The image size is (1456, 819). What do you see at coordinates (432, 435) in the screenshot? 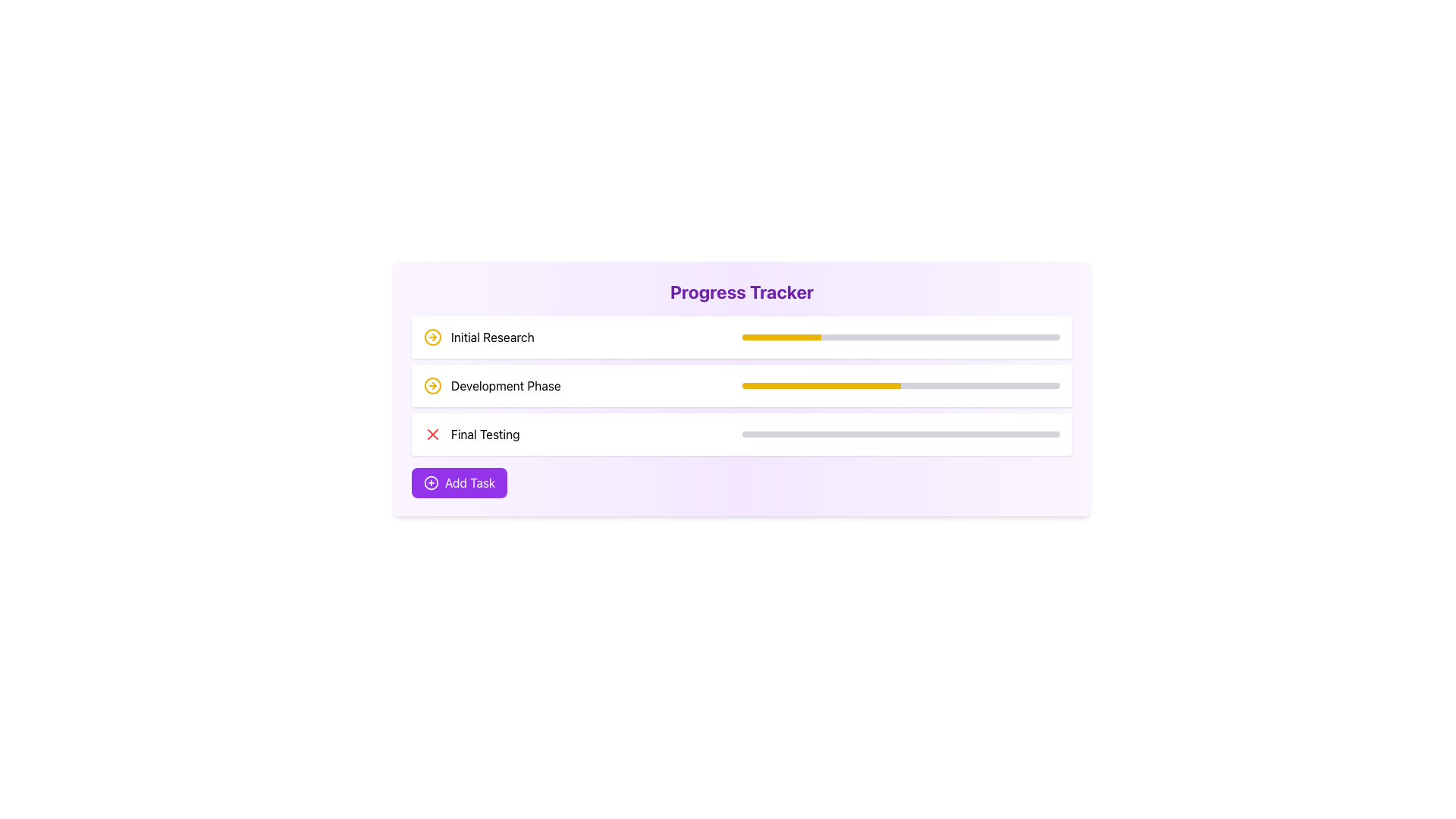
I see `the completion status icon located to the left of the 'Final Testing' task entry` at bounding box center [432, 435].